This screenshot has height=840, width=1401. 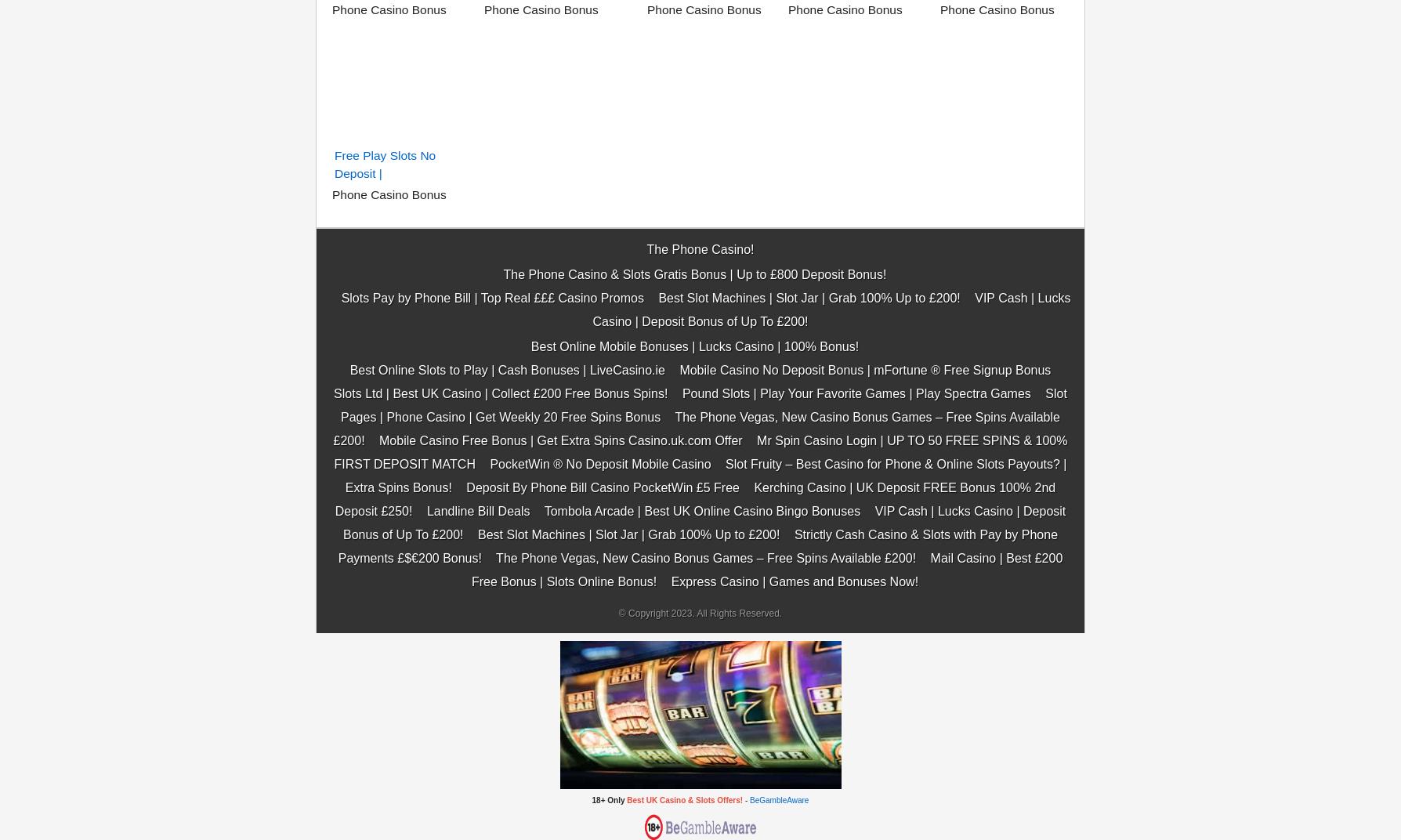 I want to click on 'Deposit By Phone Bill Casino PocketWin  £5 Free', so click(x=466, y=291).